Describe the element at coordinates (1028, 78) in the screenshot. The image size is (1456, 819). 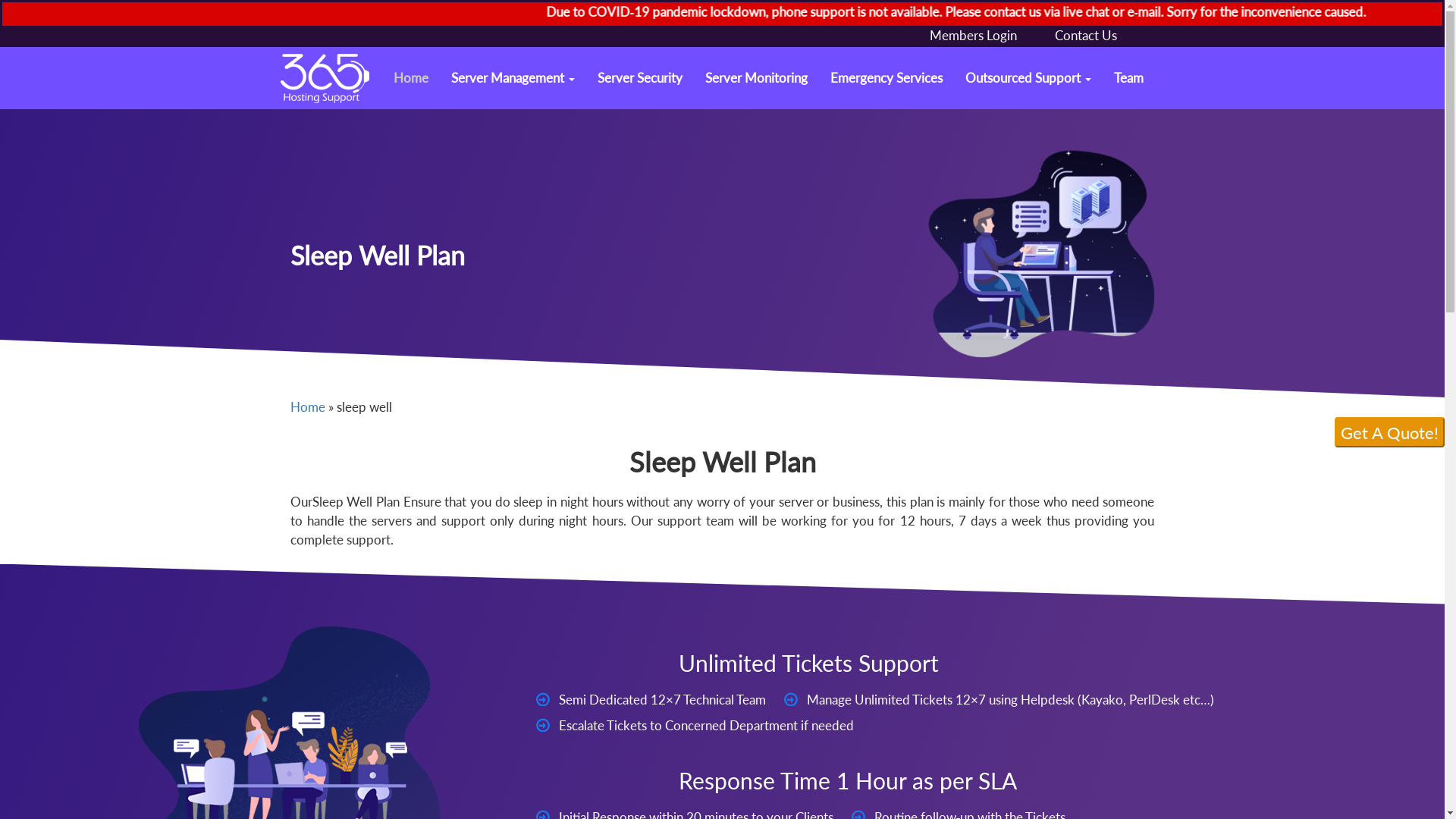
I see `'Outsourced Support'` at that location.